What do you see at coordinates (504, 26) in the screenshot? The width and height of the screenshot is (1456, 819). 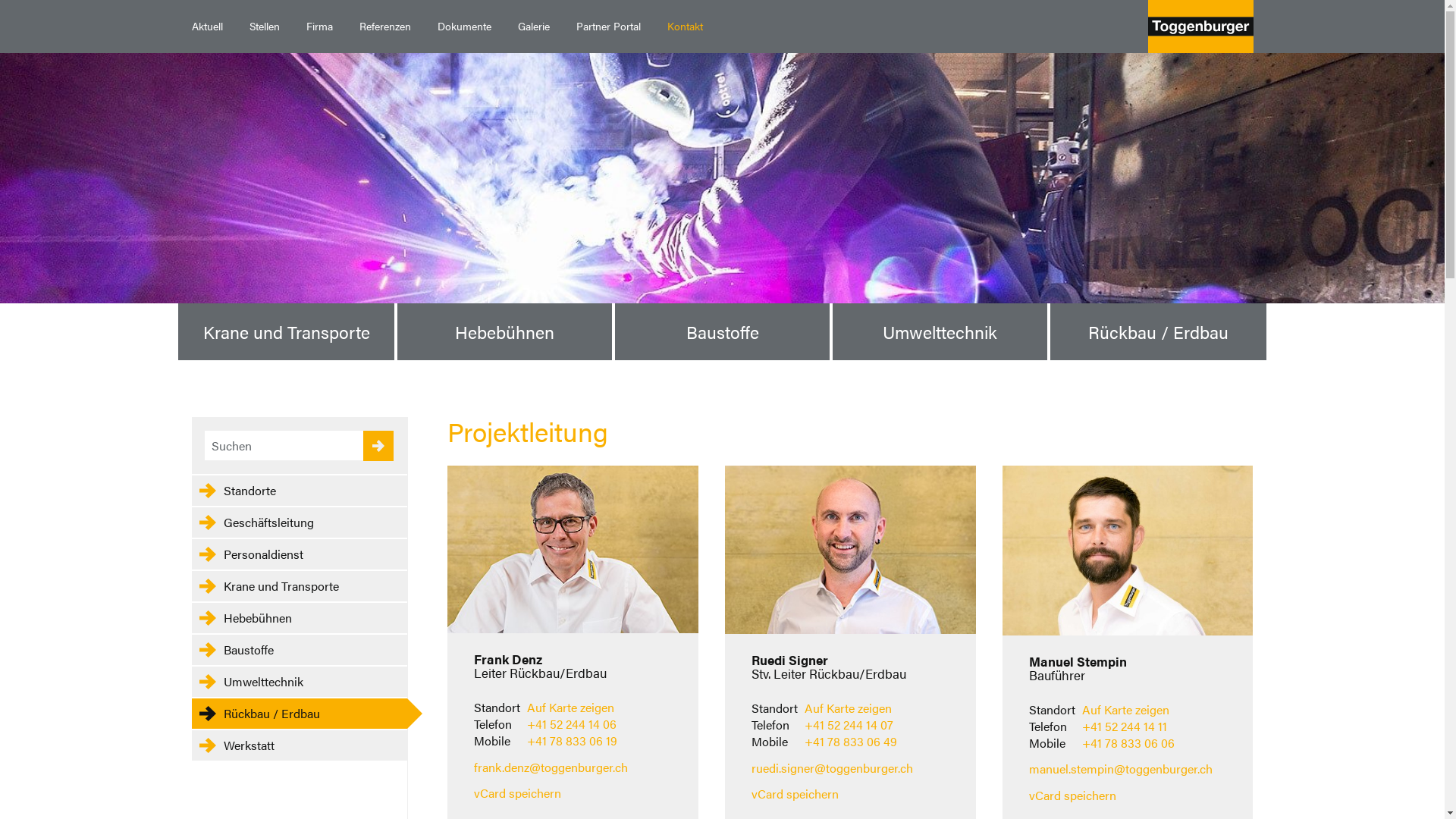 I see `'Galerie'` at bounding box center [504, 26].